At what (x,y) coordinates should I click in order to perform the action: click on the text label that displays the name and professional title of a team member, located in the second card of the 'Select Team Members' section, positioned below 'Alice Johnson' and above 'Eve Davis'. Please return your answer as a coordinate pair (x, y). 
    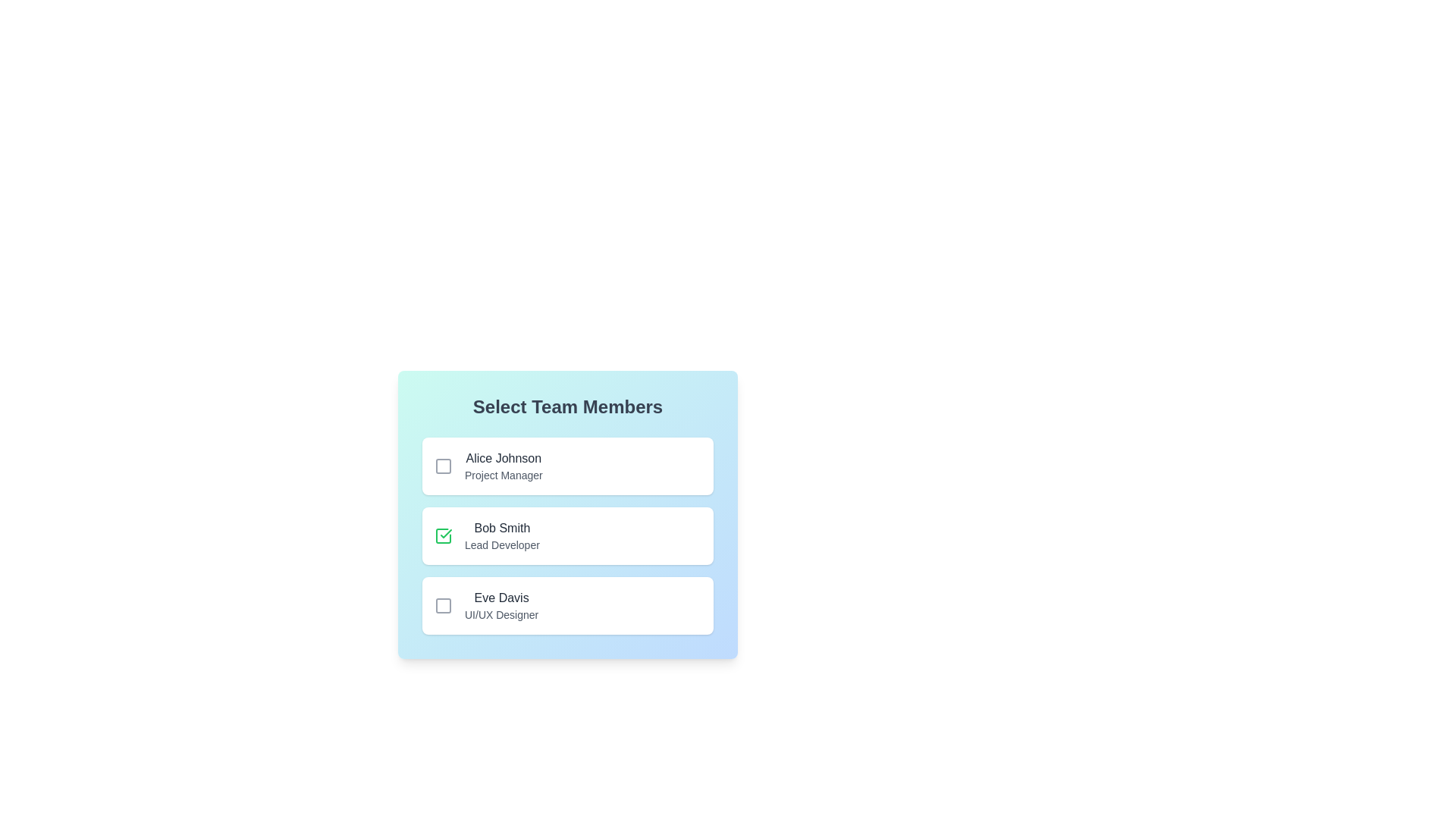
    Looking at the image, I should click on (502, 535).